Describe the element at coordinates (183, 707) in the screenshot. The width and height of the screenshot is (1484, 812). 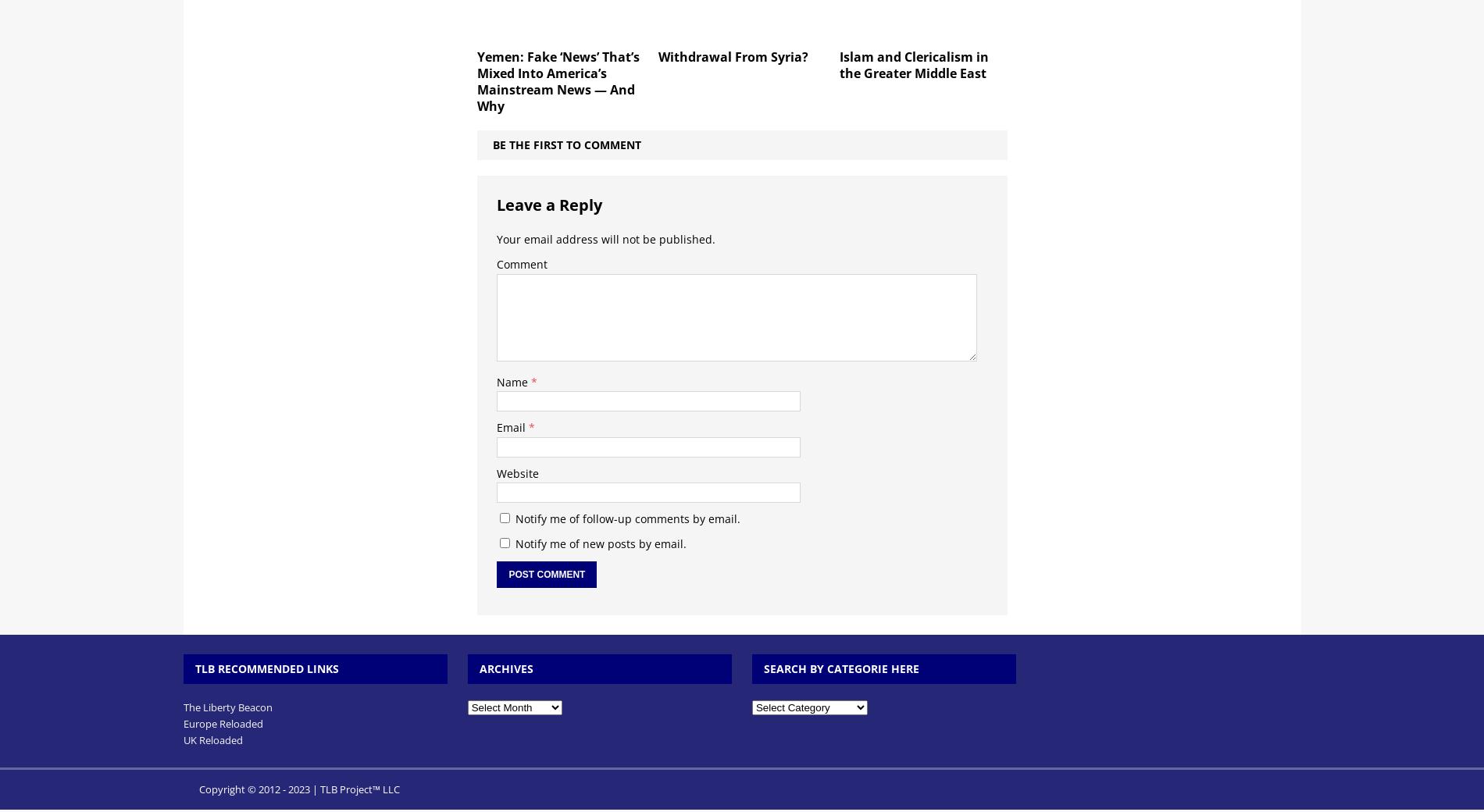
I see `'The Liberty Beacon'` at that location.